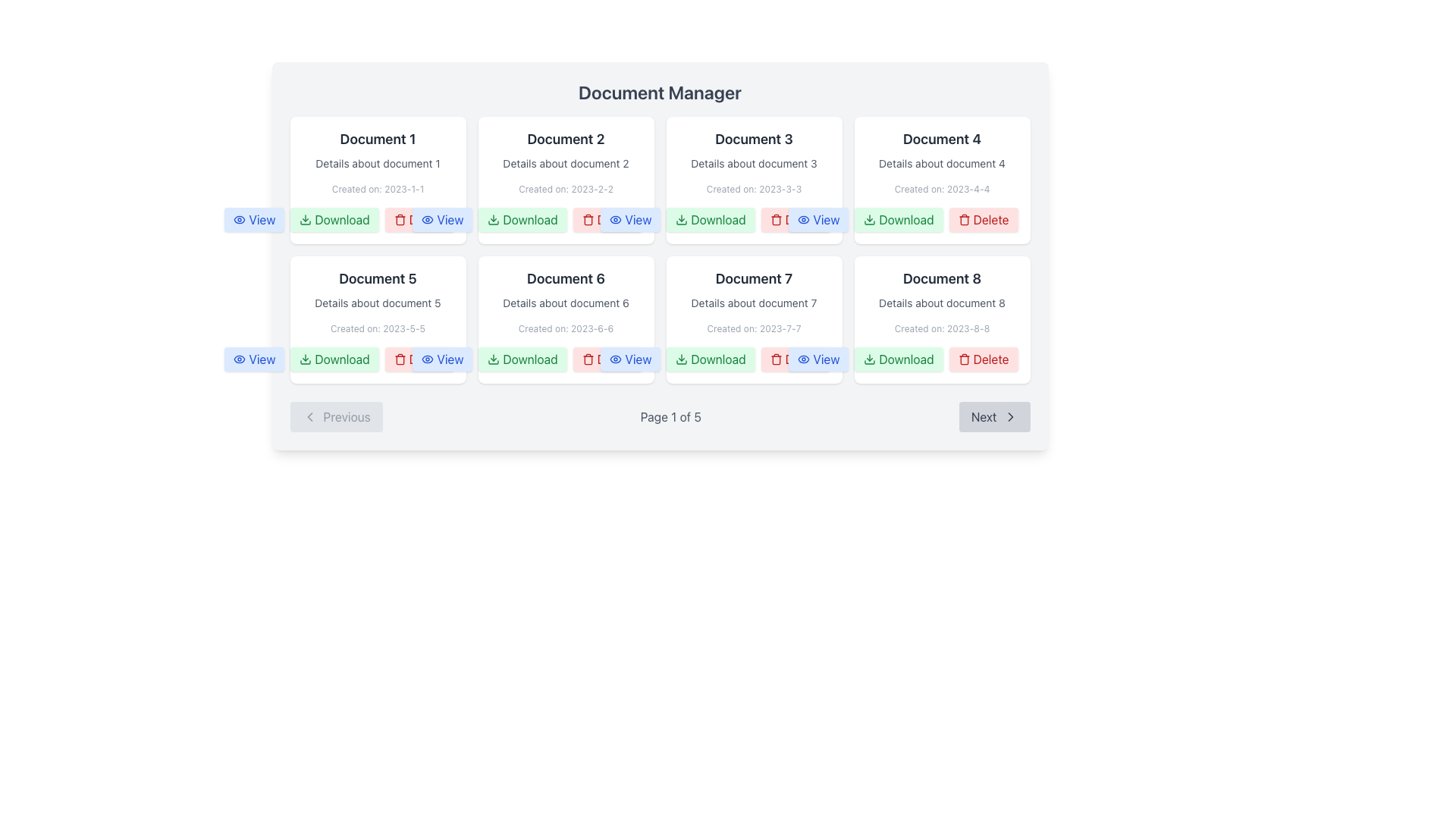  What do you see at coordinates (334, 219) in the screenshot?
I see `the 'Download' button located under the 'Document 1' card in the top-left section of the grid layout` at bounding box center [334, 219].